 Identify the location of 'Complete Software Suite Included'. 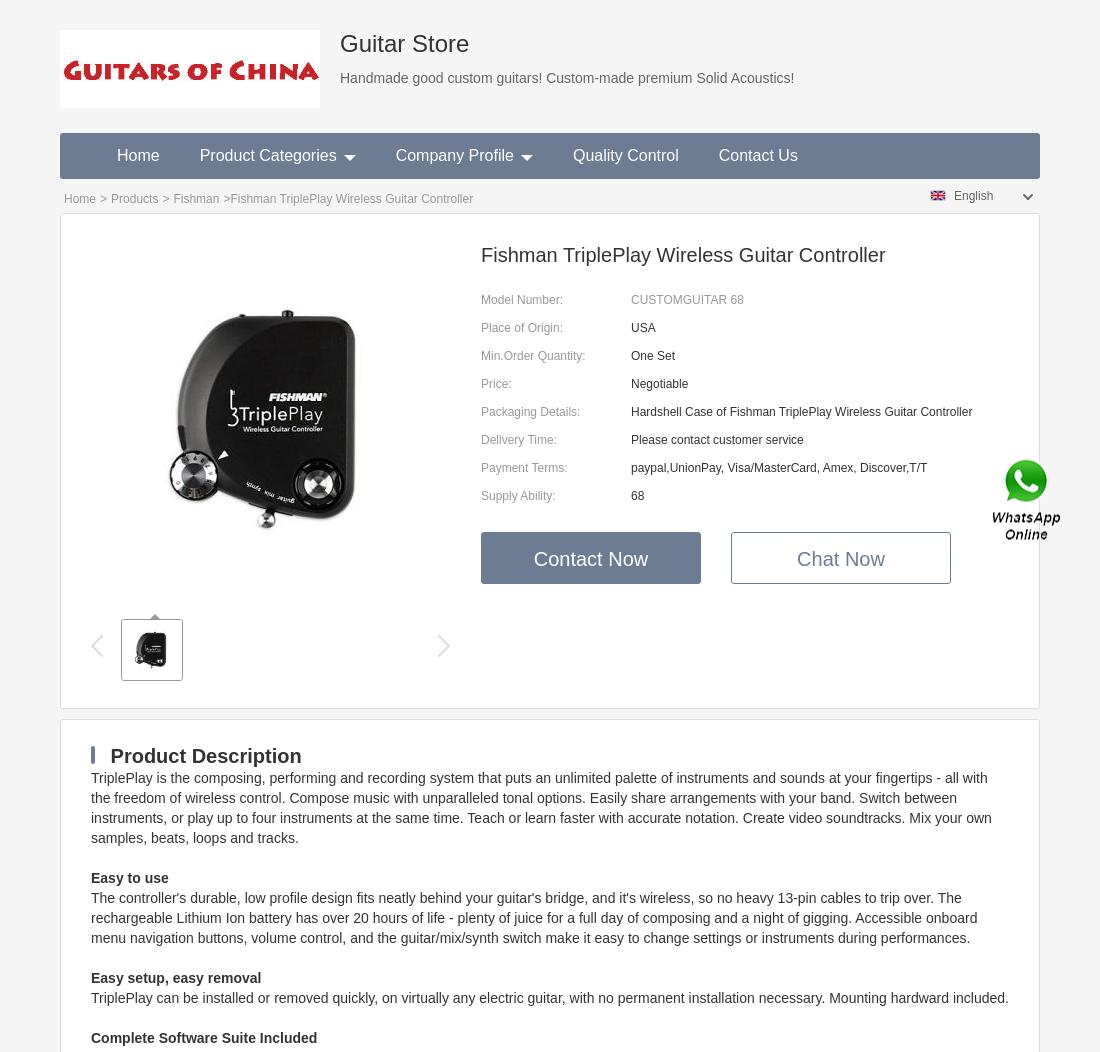
(203, 1037).